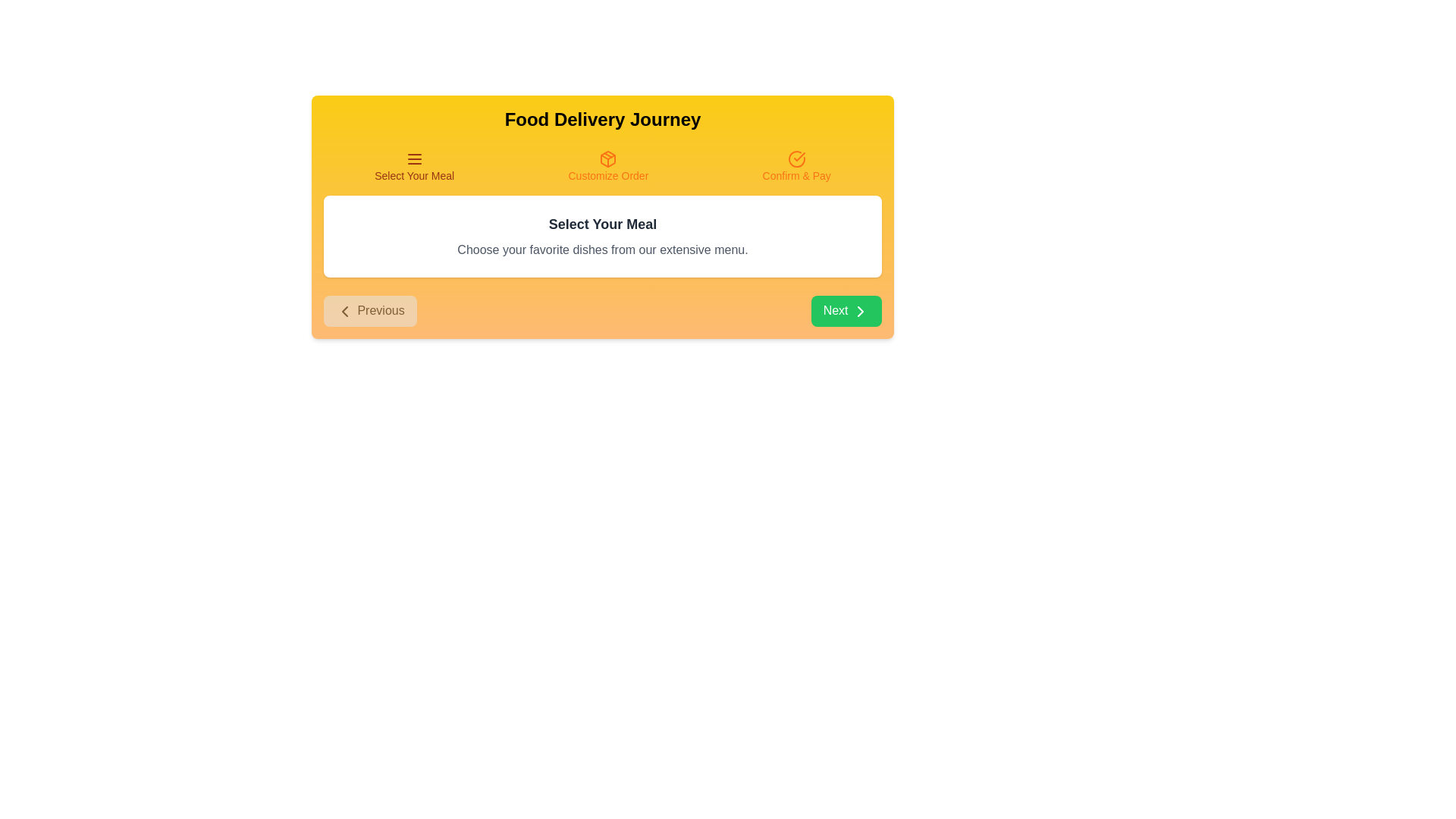 The height and width of the screenshot is (819, 1456). Describe the element at coordinates (602, 119) in the screenshot. I see `text content of the bold, centered label that says 'Food Delivery Journey', which is located at the top center of the card styled with an orange gradient background` at that location.